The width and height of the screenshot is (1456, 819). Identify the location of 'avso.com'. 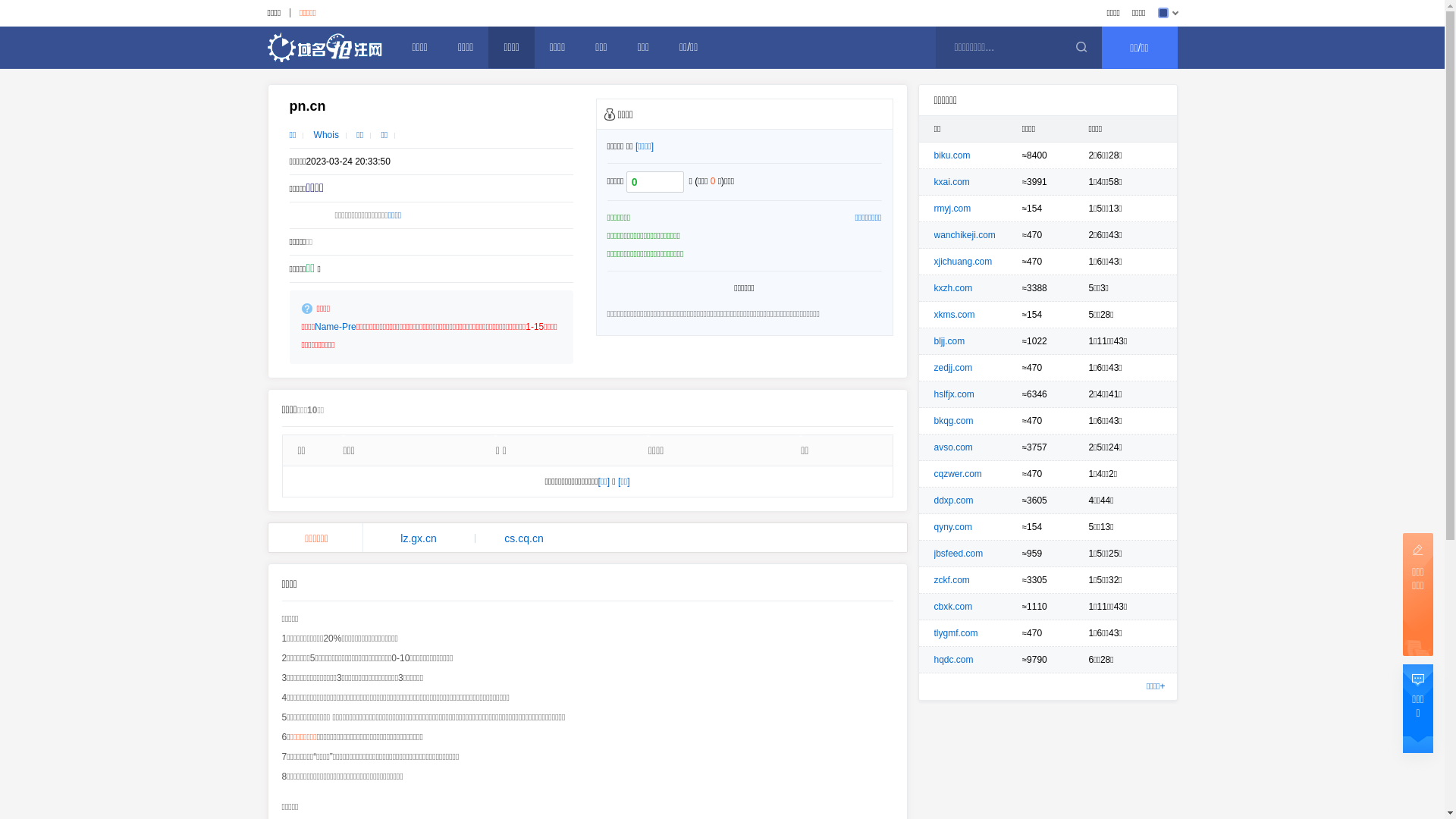
(952, 447).